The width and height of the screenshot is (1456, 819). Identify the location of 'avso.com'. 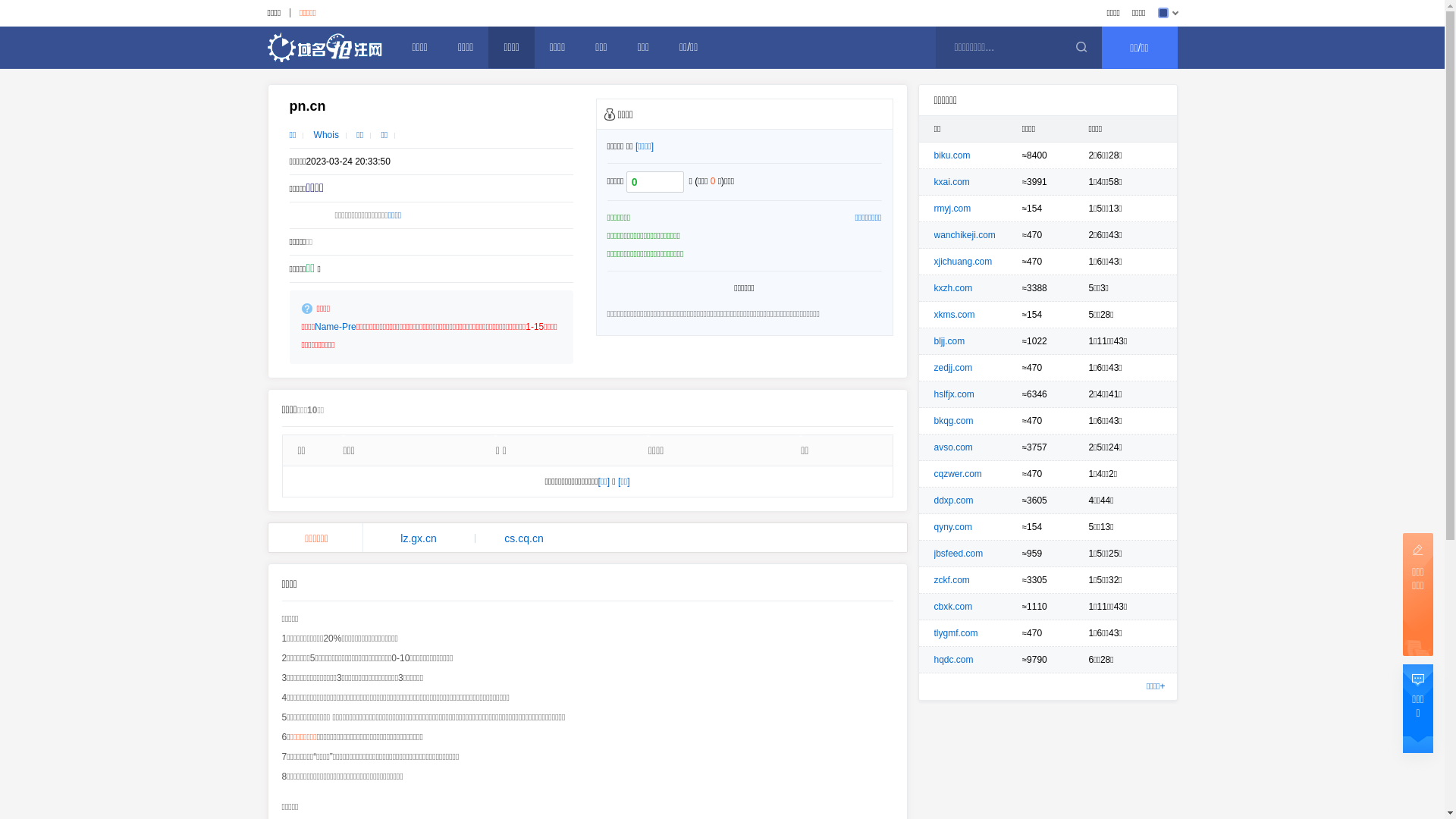
(952, 447).